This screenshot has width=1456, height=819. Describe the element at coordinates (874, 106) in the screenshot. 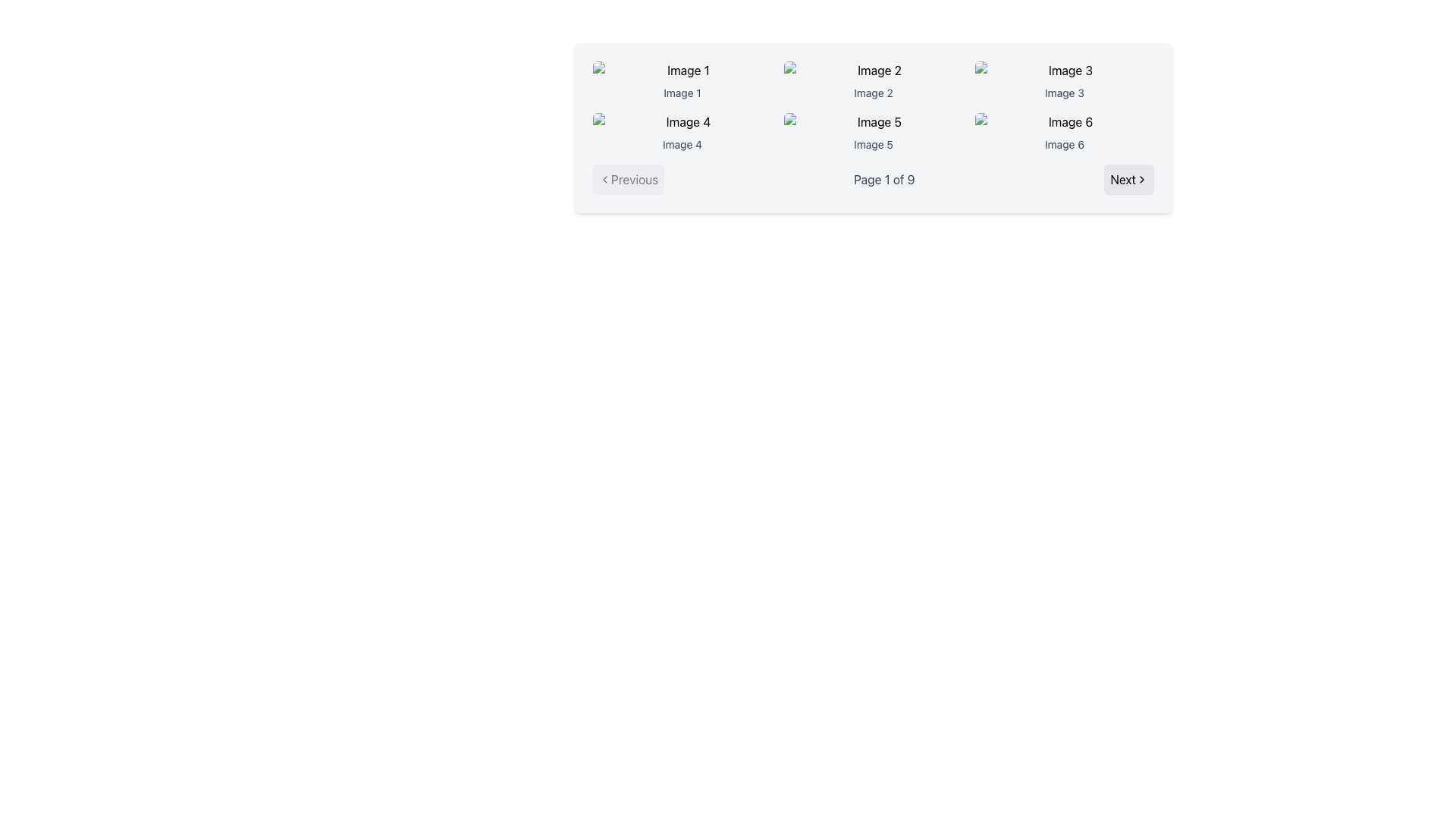

I see `the Grid display or gallery element containing six items with images and labels, located centrally between the 'Previous' and 'Next' buttons` at that location.